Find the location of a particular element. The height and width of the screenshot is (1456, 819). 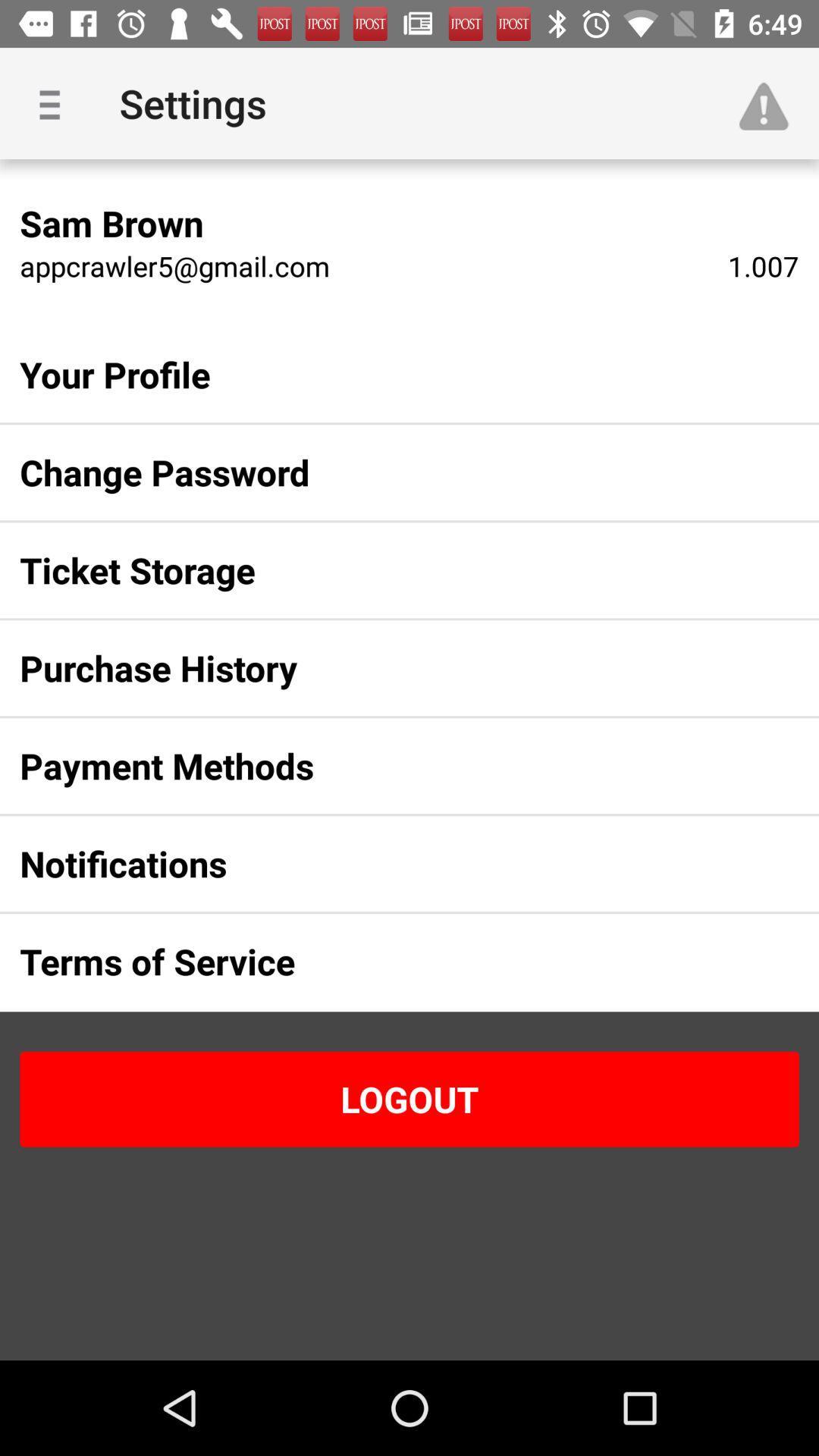

item below notifications icon is located at coordinates (384, 961).